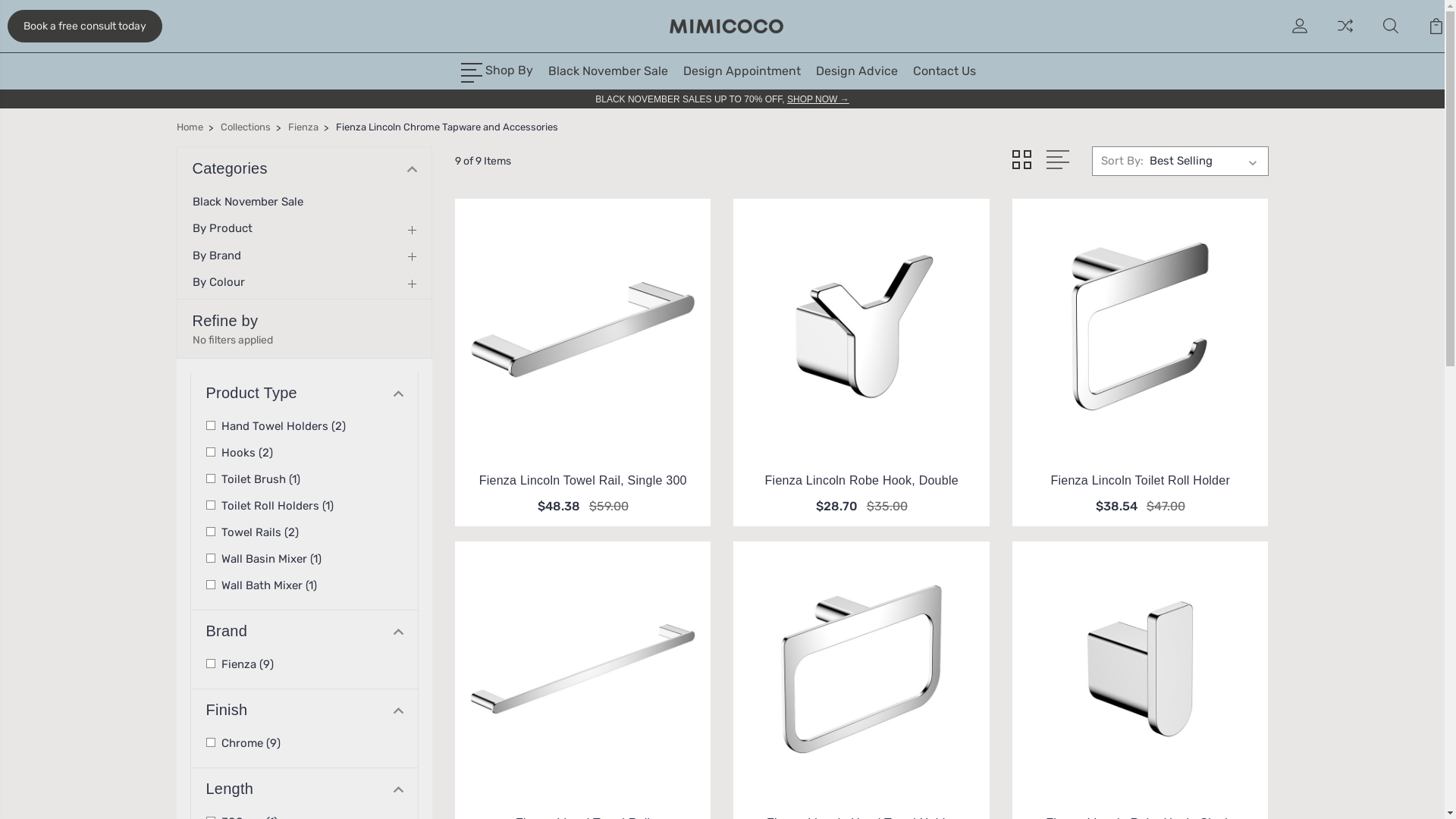 The image size is (1456, 819). I want to click on 'By Brand', so click(225, 254).